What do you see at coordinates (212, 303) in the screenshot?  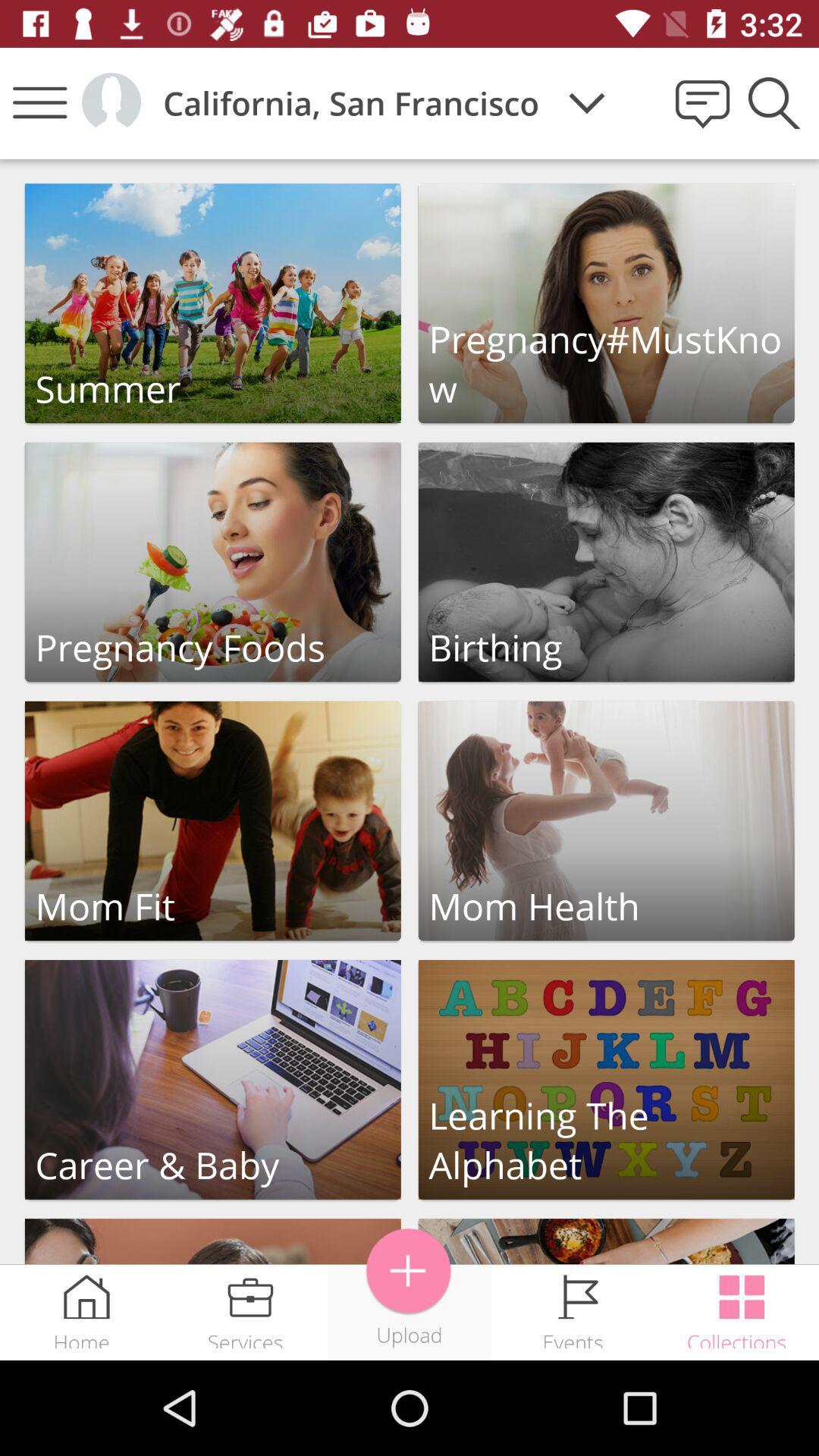 I see `summer` at bounding box center [212, 303].